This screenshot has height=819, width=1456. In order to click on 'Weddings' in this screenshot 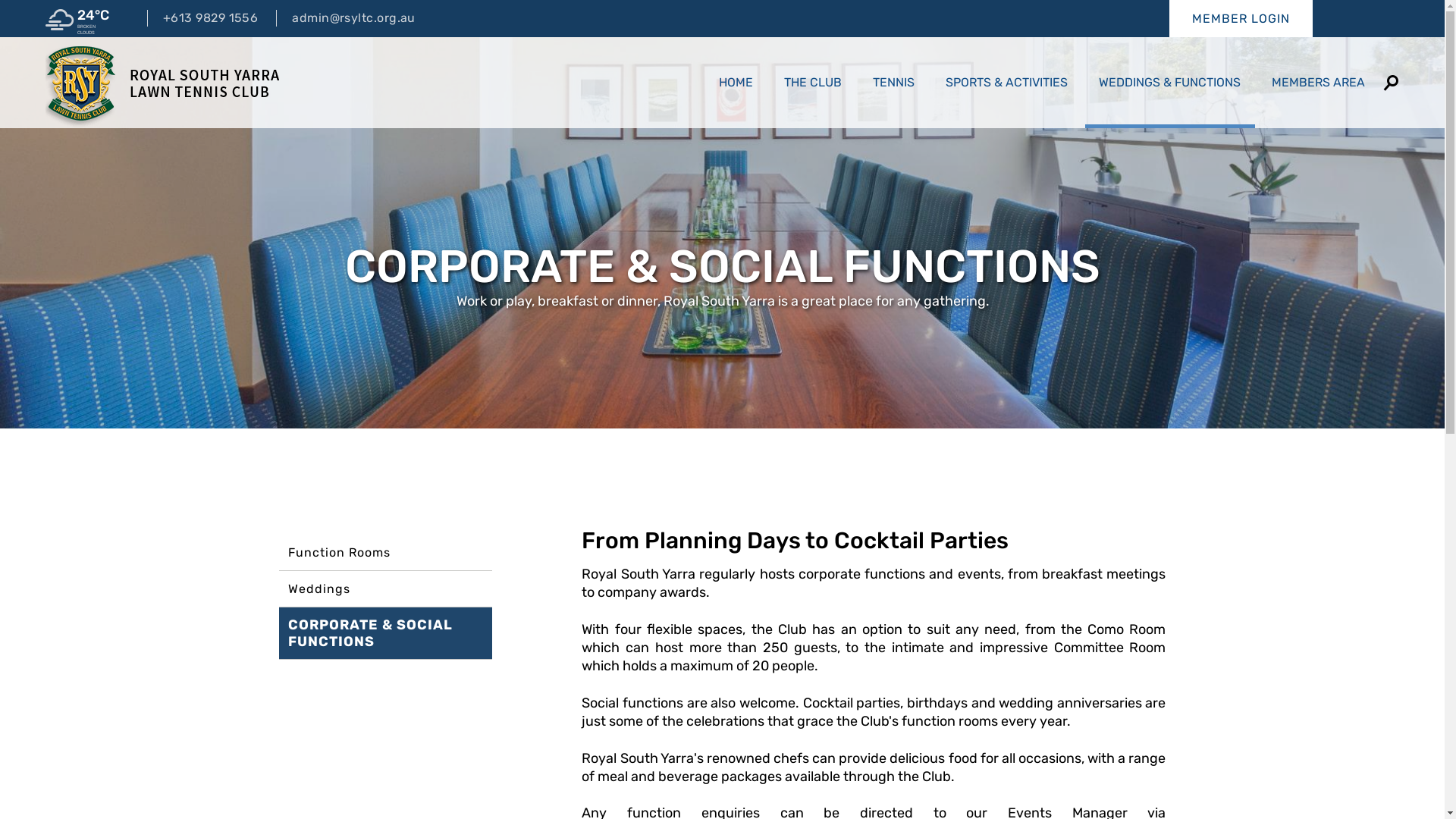, I will do `click(385, 588)`.